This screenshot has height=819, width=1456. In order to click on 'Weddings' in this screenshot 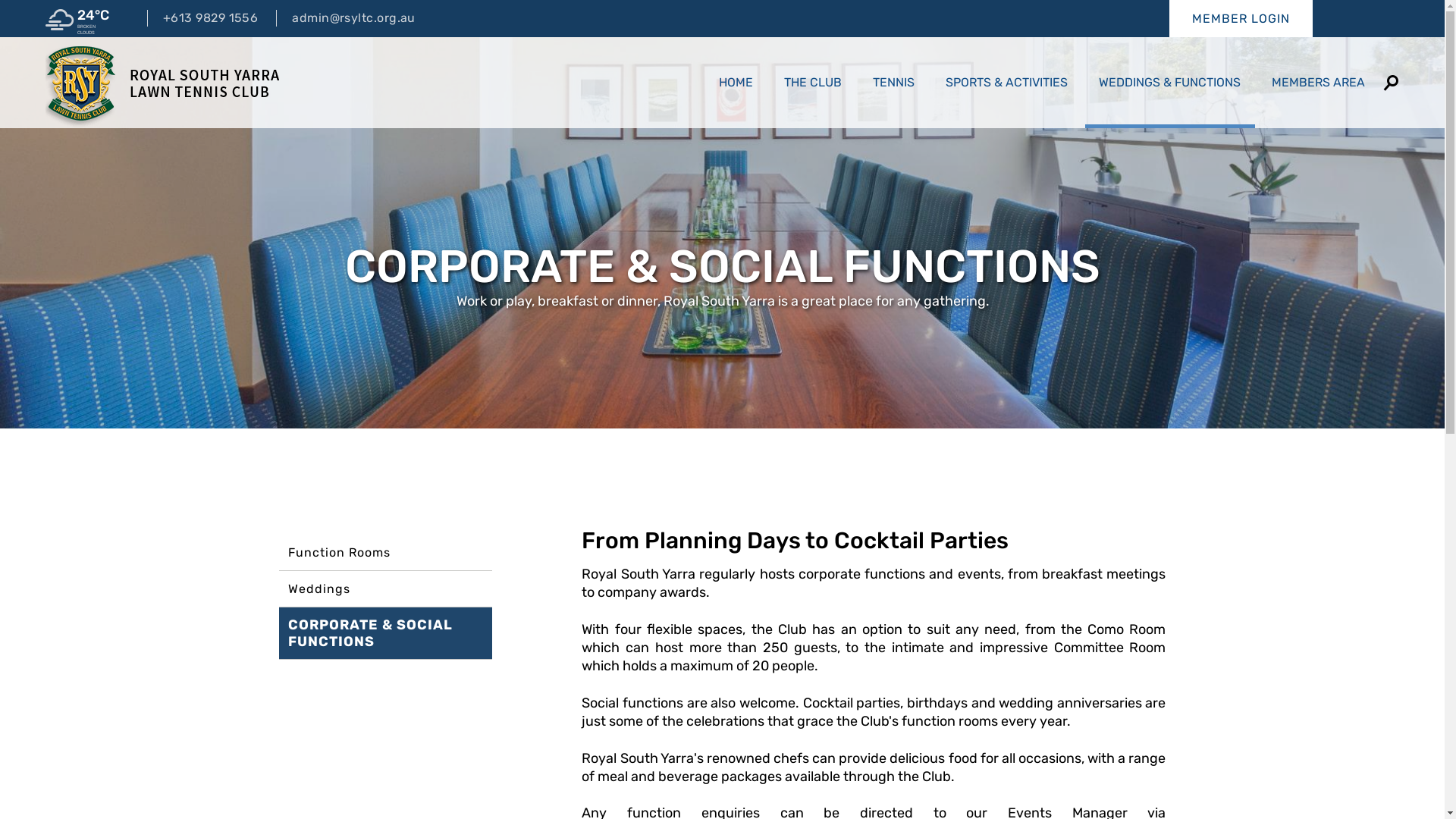, I will do `click(385, 588)`.